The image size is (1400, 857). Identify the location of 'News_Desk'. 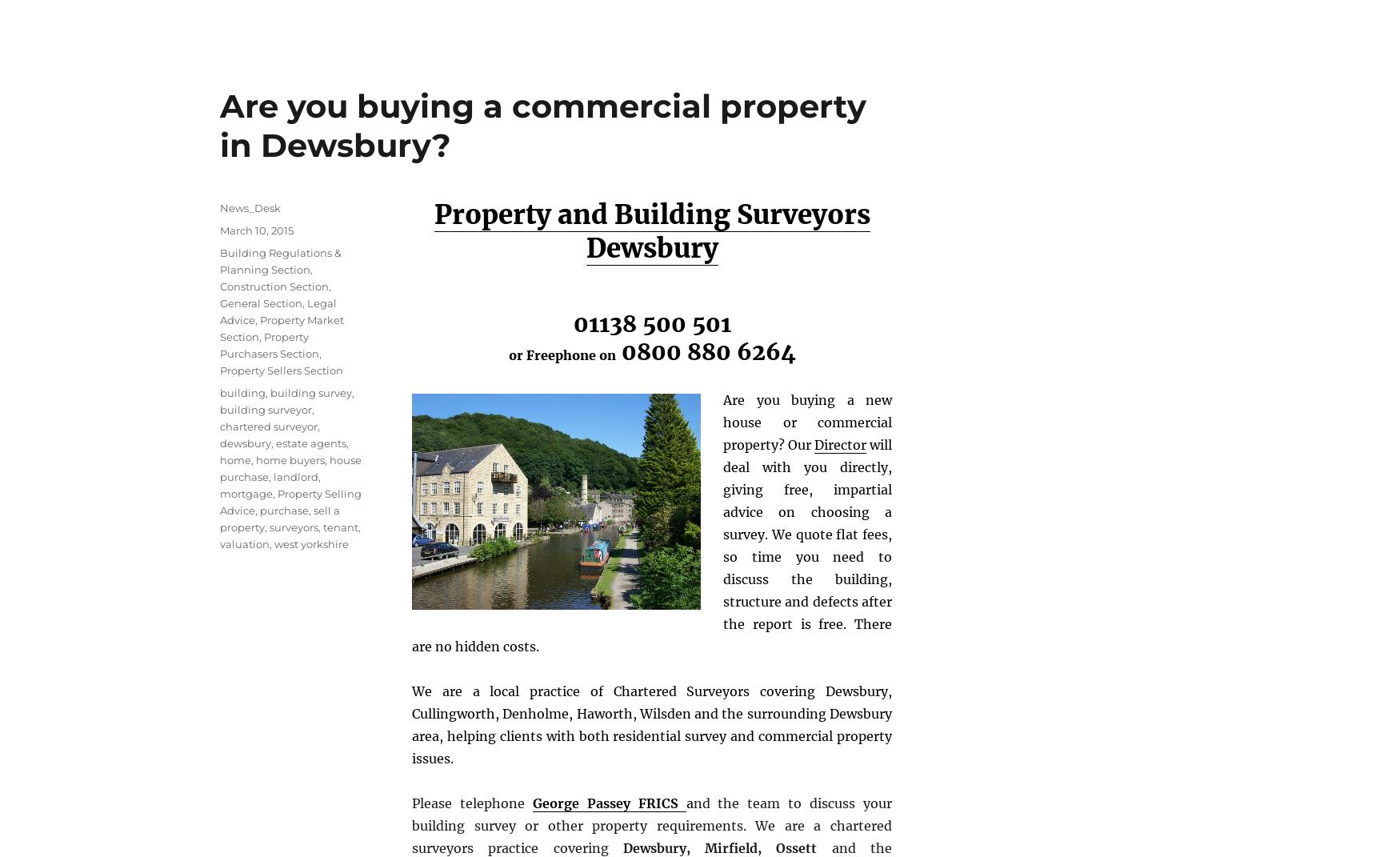
(250, 206).